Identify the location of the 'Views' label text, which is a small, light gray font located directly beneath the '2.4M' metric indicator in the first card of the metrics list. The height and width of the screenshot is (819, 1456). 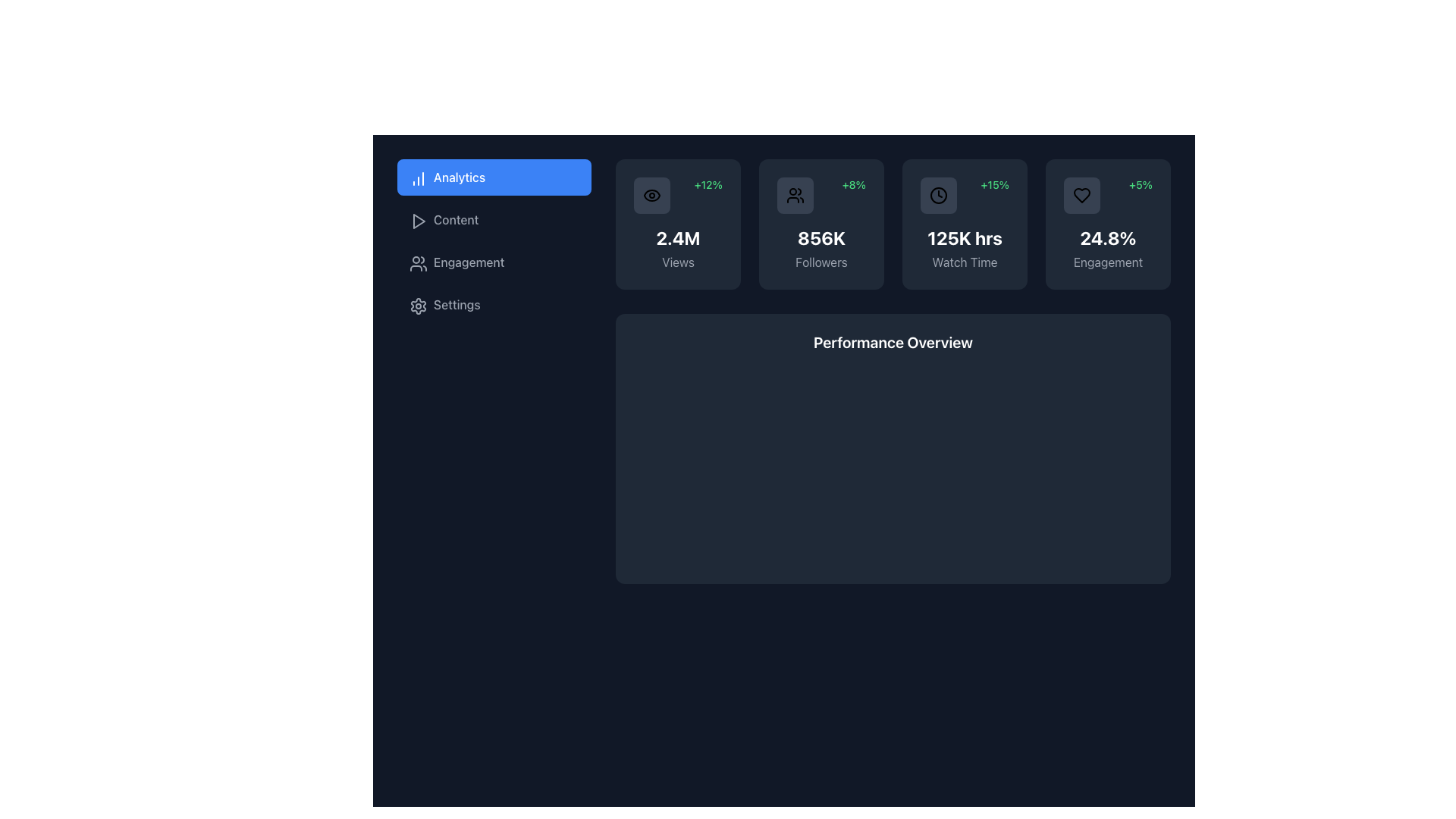
(677, 262).